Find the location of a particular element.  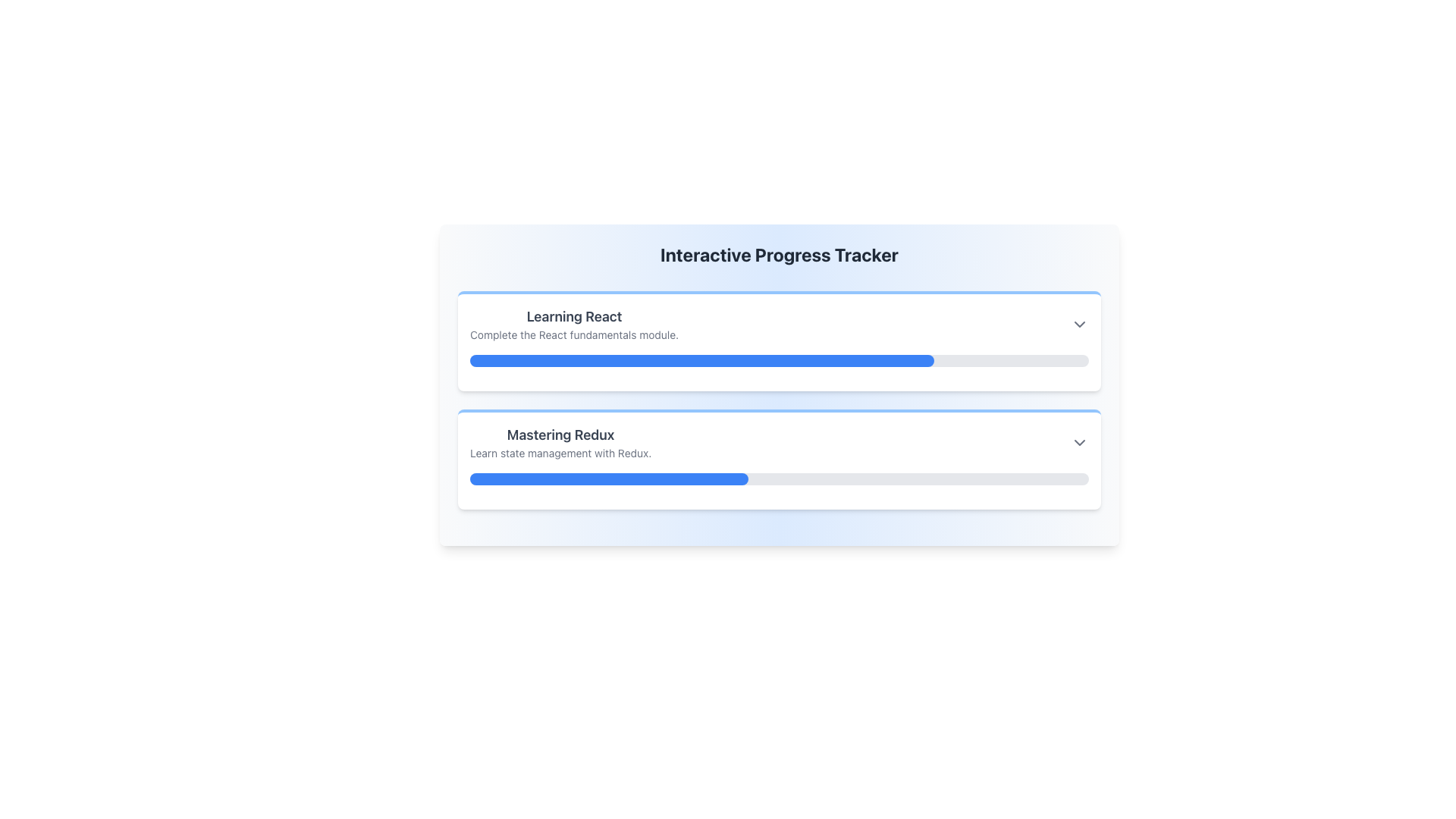

the progress bar indicating 45% completion located below the 'Mastering Redux' section heading is located at coordinates (609, 479).